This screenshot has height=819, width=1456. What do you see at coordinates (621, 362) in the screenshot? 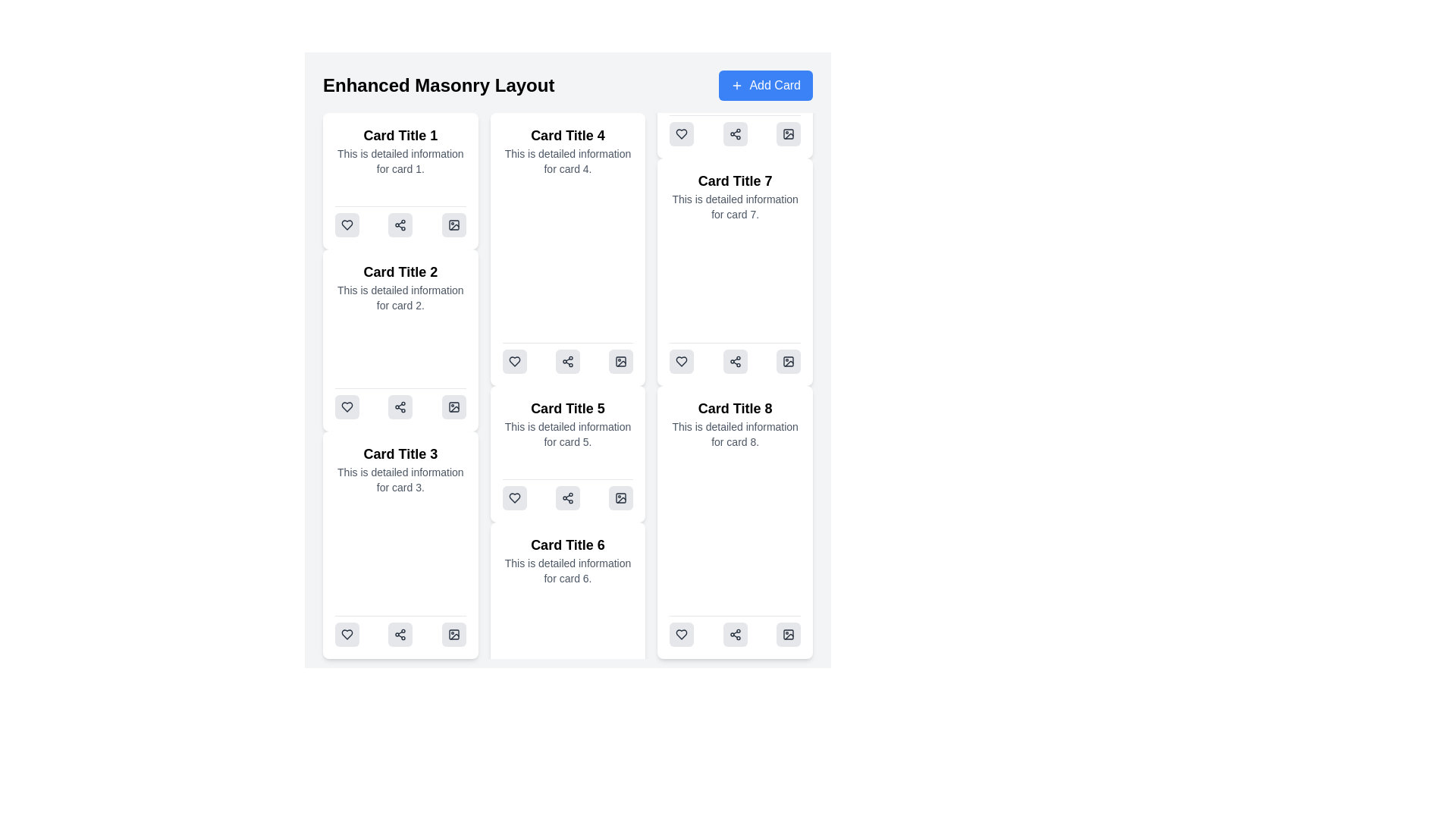
I see `the properties of the small rectangle with rounded corners outlined by a stroke, located in the bottom-right corner of the 'Card Title 5' card, which is the third icon in a row of three icons` at bounding box center [621, 362].